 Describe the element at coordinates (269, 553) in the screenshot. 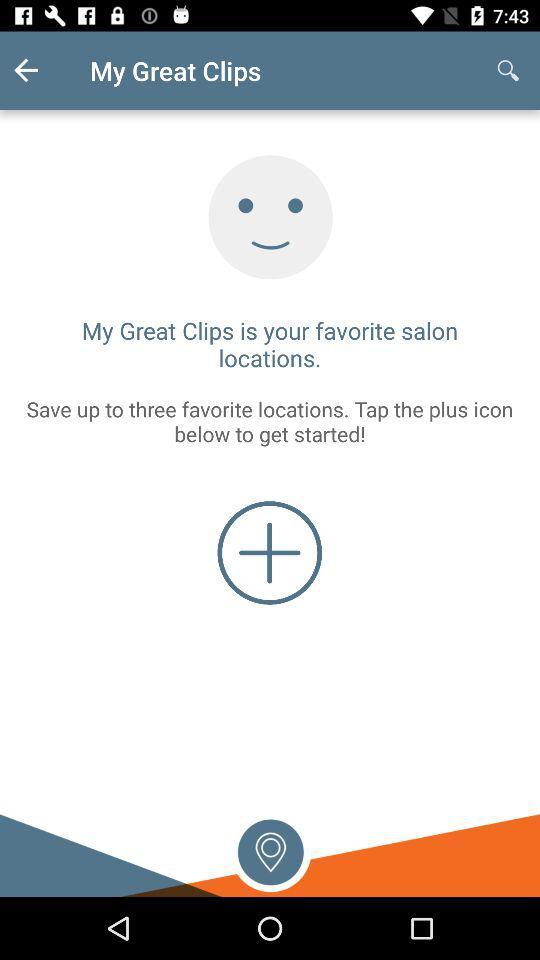

I see `a file/picture` at that location.